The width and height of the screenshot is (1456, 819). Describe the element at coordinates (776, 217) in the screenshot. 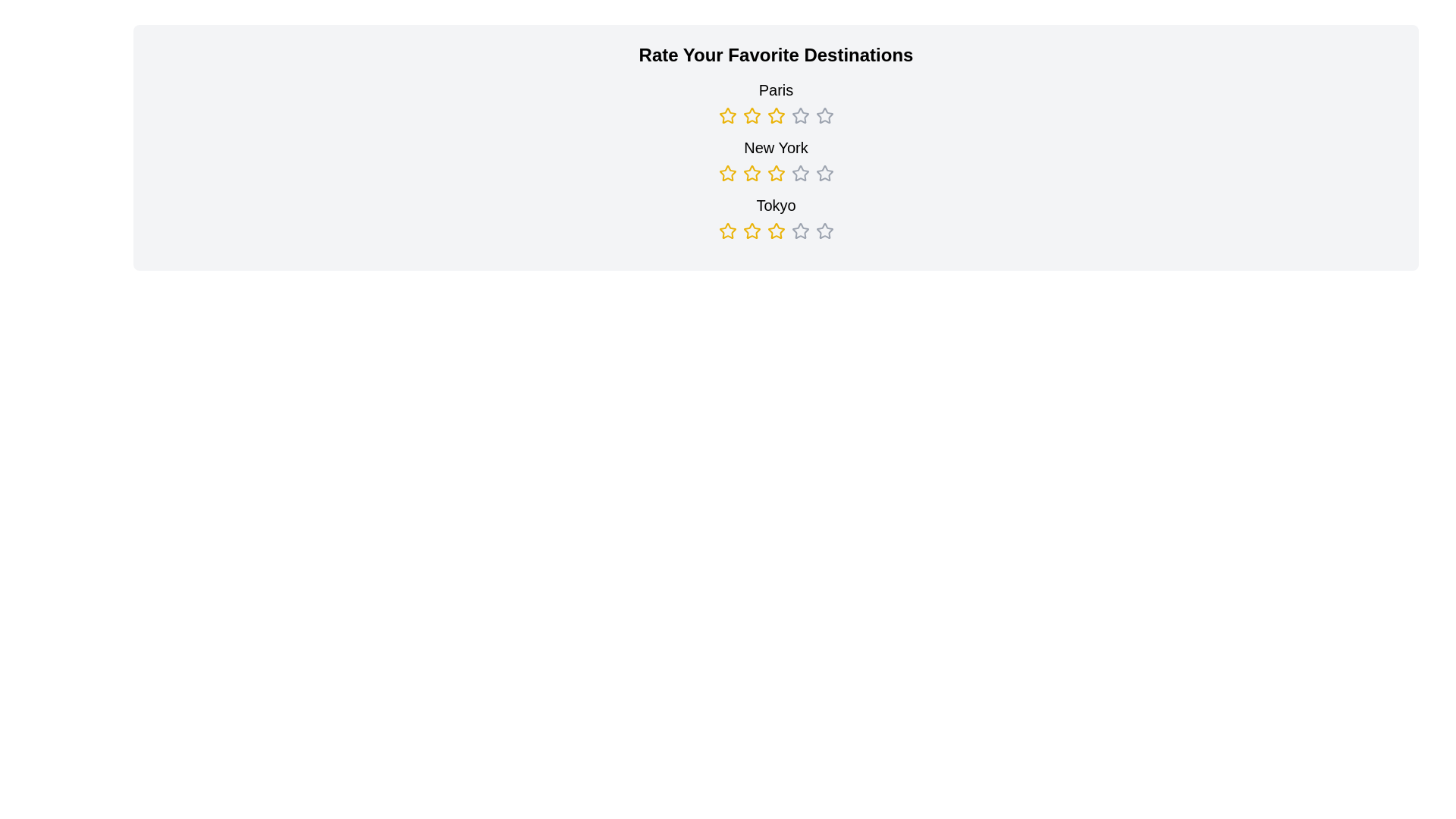

I see `a star in the Rating component for the city 'Tokyo' to update the rating` at that location.